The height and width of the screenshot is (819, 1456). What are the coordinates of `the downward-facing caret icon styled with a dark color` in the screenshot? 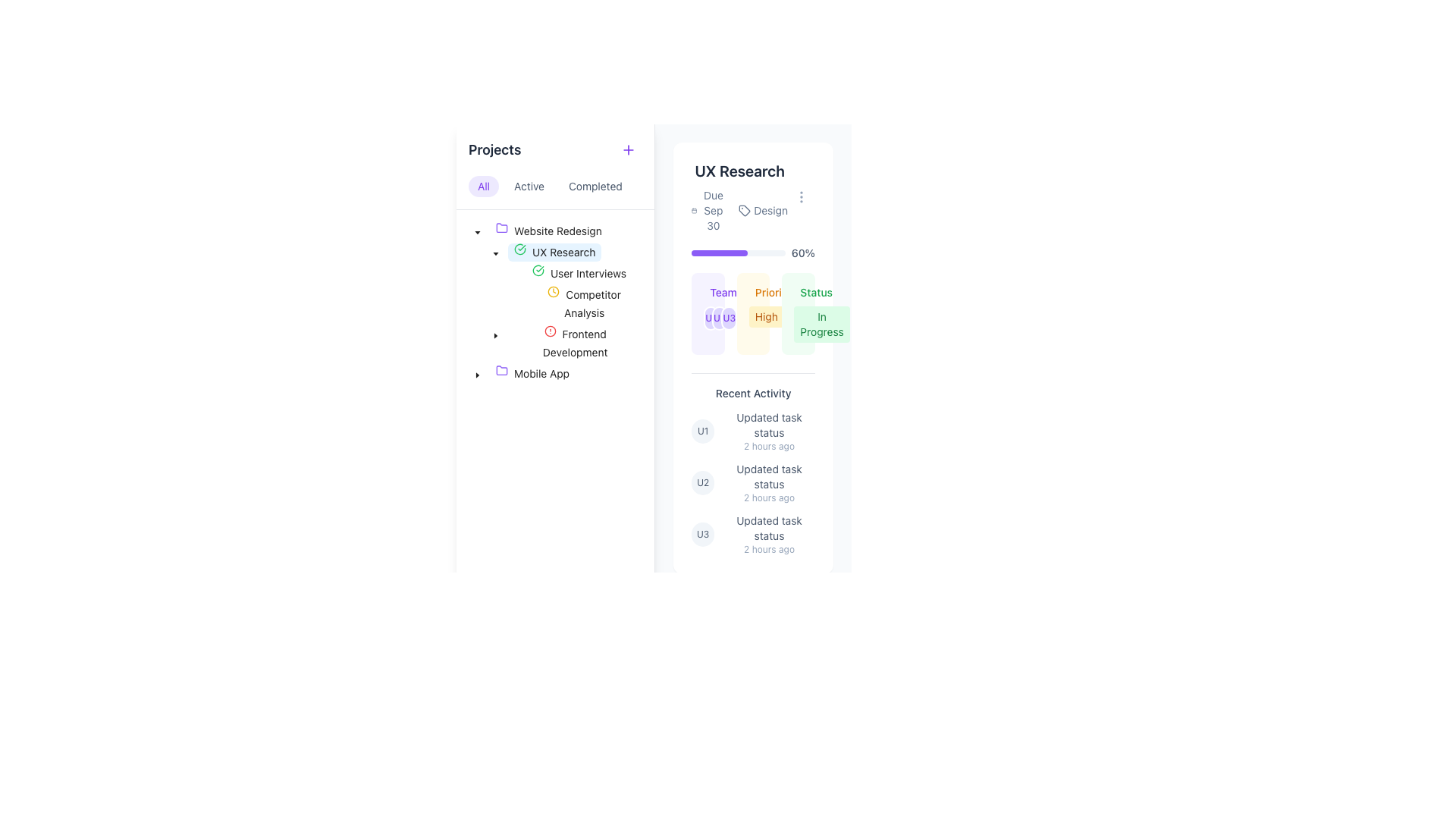 It's located at (476, 233).